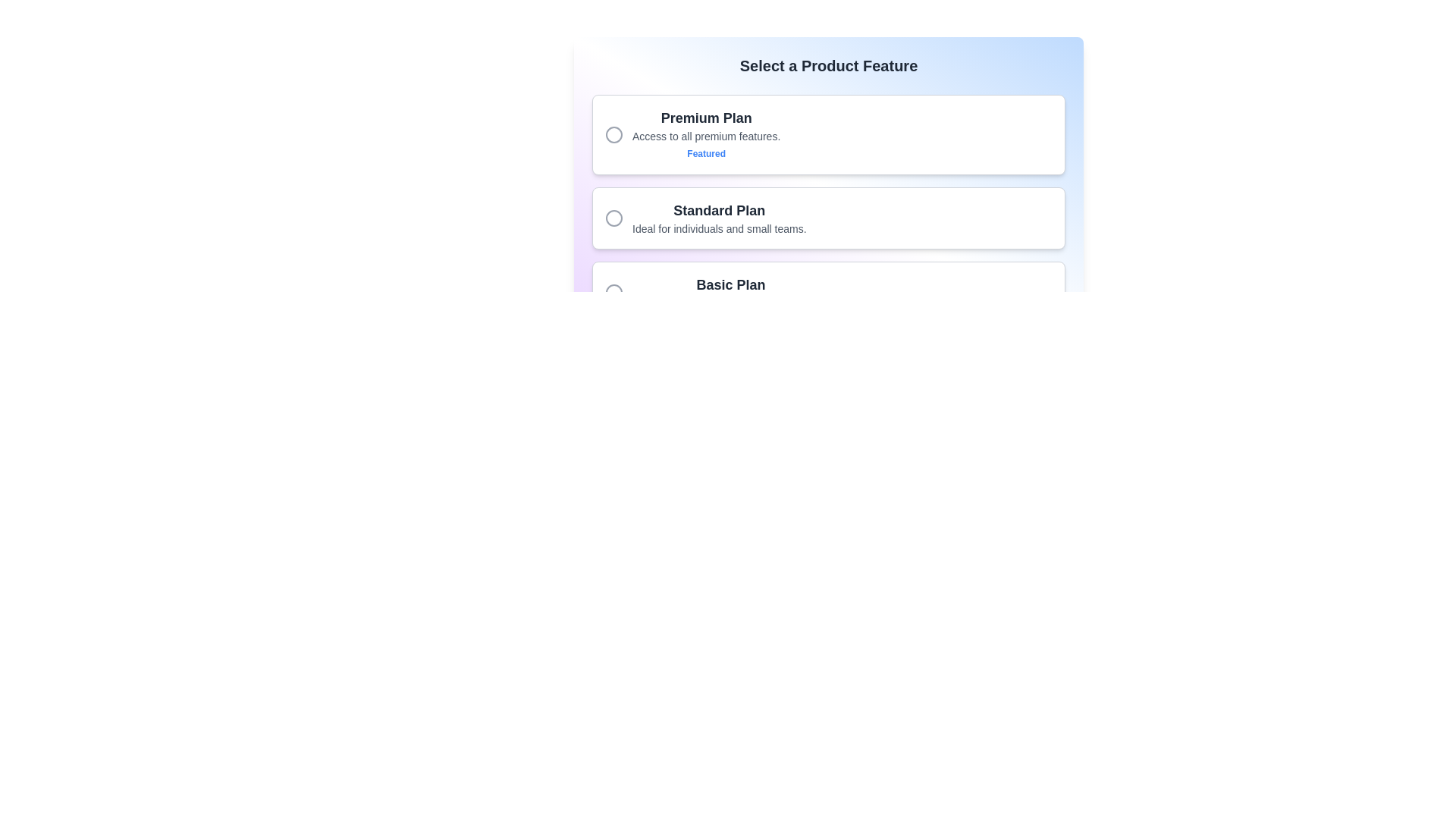 Image resolution: width=1456 pixels, height=819 pixels. Describe the element at coordinates (718, 218) in the screenshot. I see `the 'Standard Plan' text content block which includes 'Standard Plan' and its description` at that location.